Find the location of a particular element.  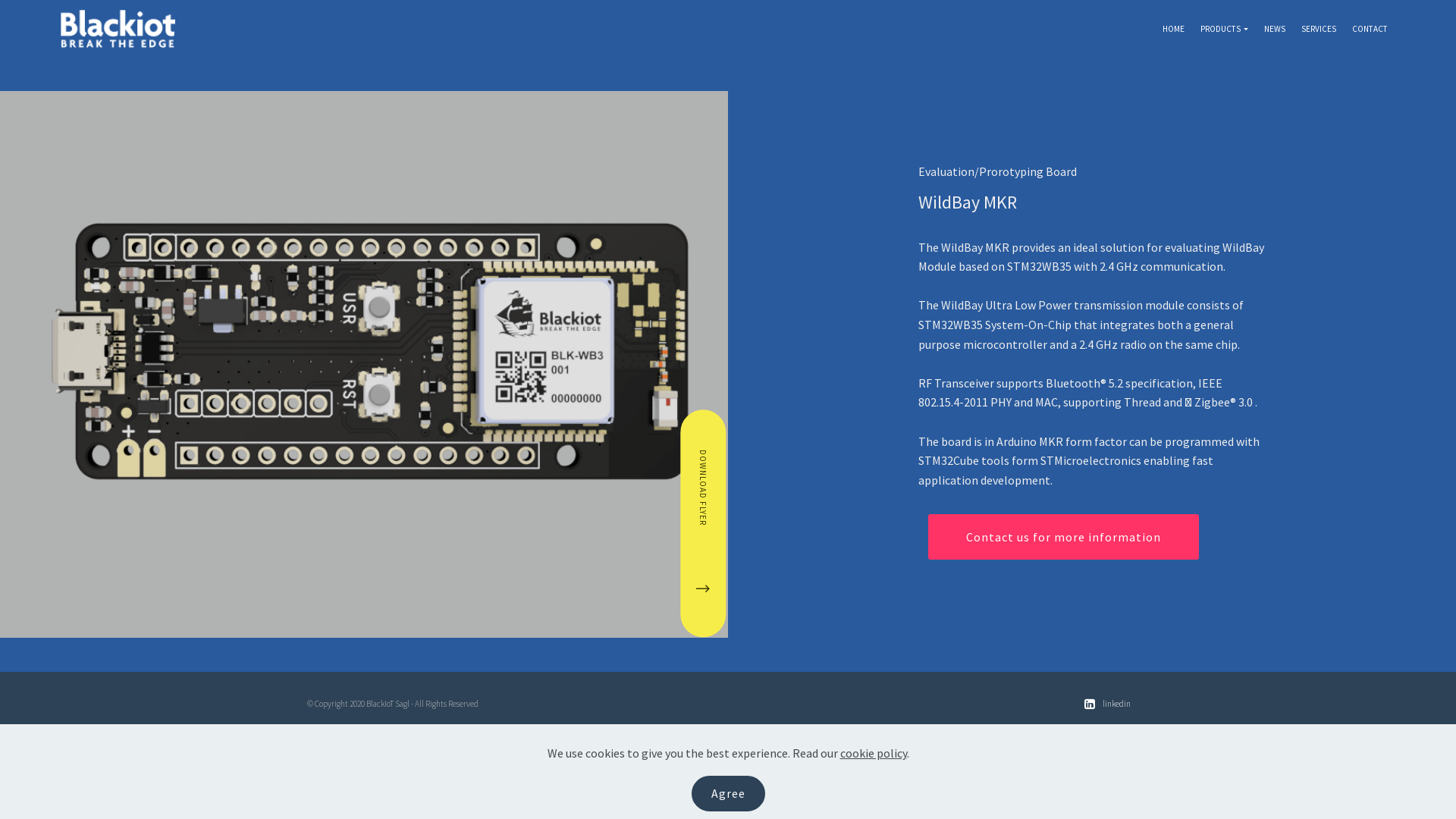

'Agree' is located at coordinates (728, 792).